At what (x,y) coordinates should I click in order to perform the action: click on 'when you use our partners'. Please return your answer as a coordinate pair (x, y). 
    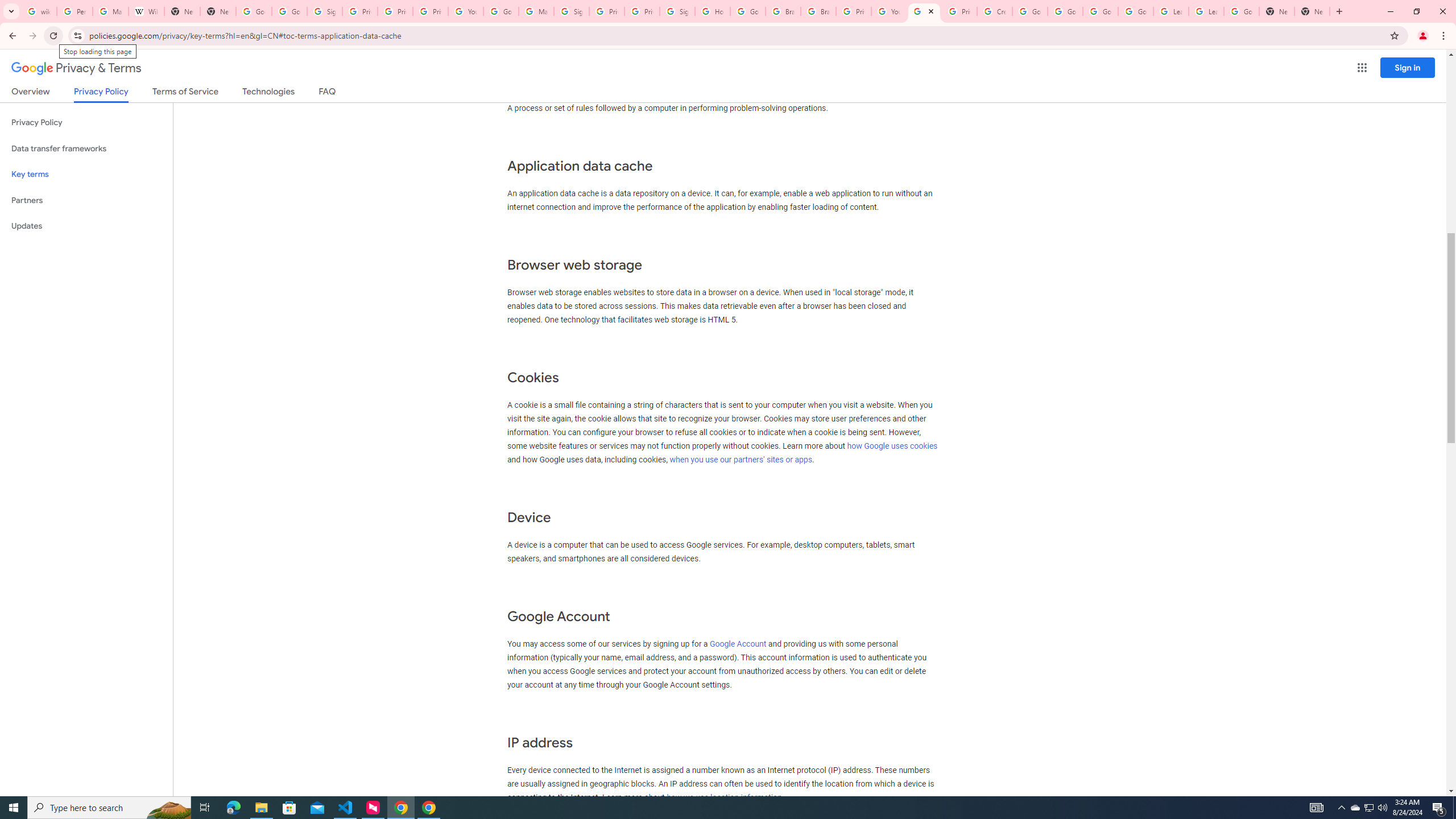
    Looking at the image, I should click on (741, 459).